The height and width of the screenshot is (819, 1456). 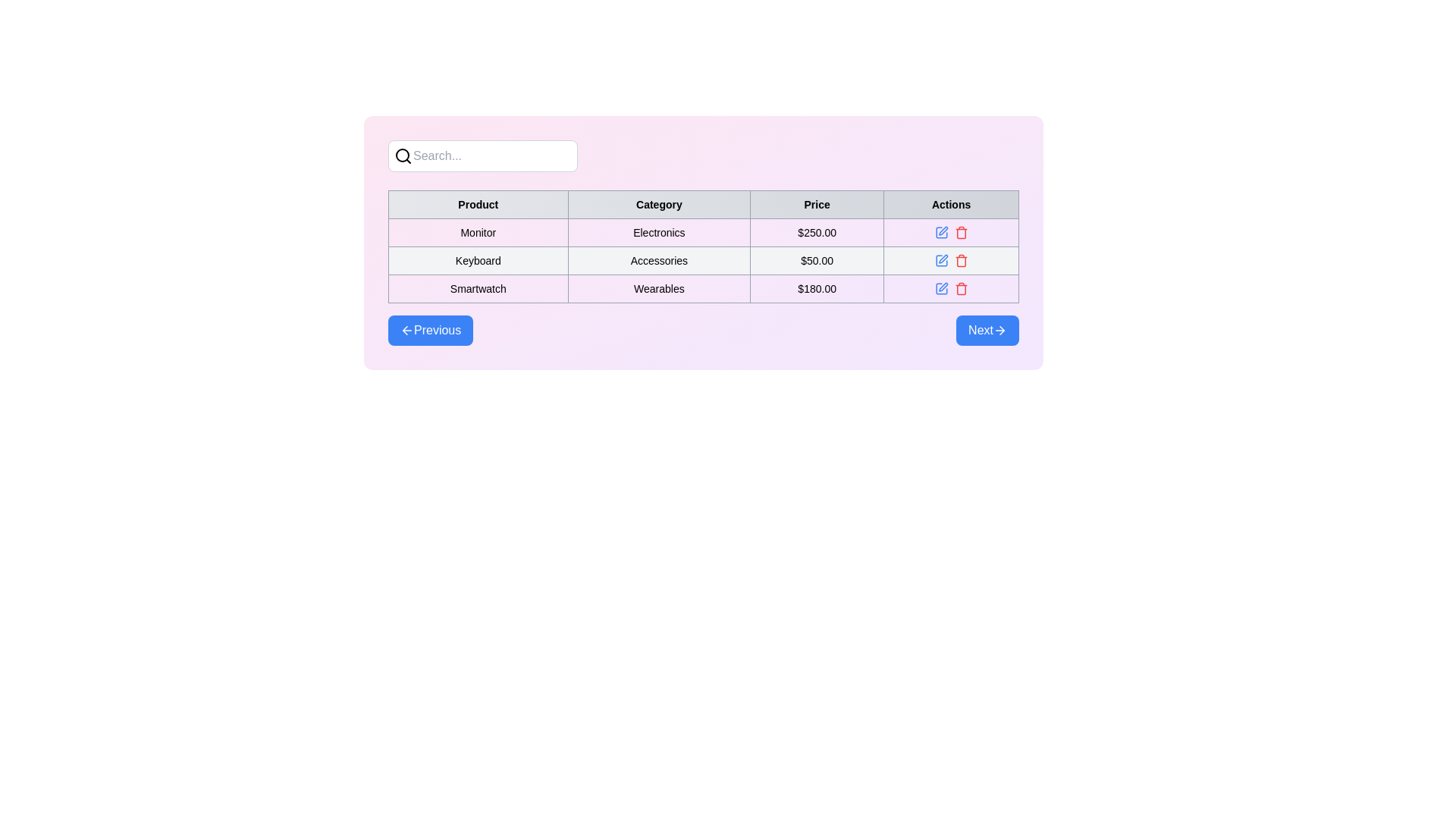 What do you see at coordinates (940, 289) in the screenshot?
I see `the outline square icon button in the 'Actions' column of the table, located in the third row` at bounding box center [940, 289].